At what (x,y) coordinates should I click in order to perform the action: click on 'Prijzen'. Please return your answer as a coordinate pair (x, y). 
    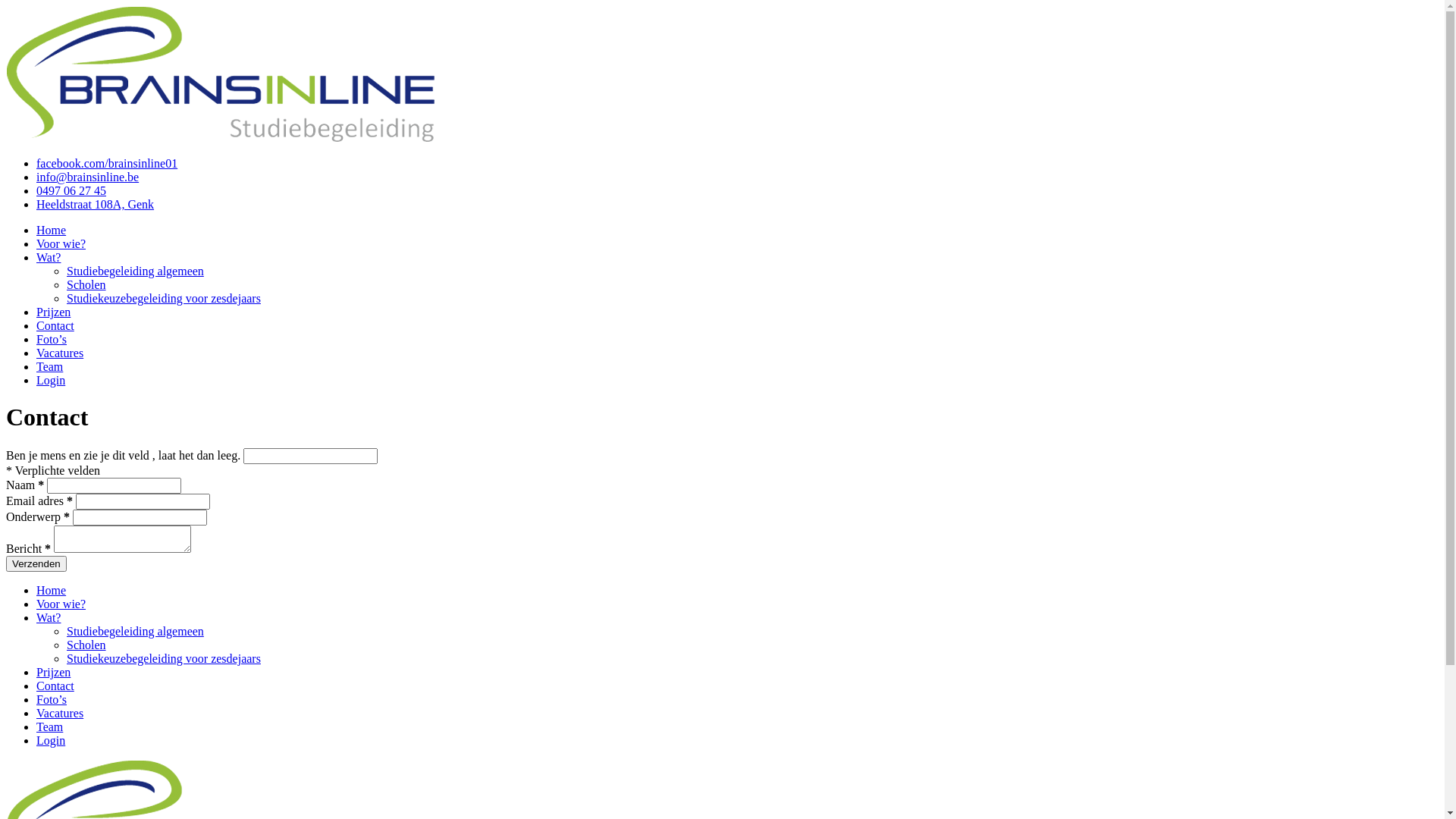
    Looking at the image, I should click on (53, 671).